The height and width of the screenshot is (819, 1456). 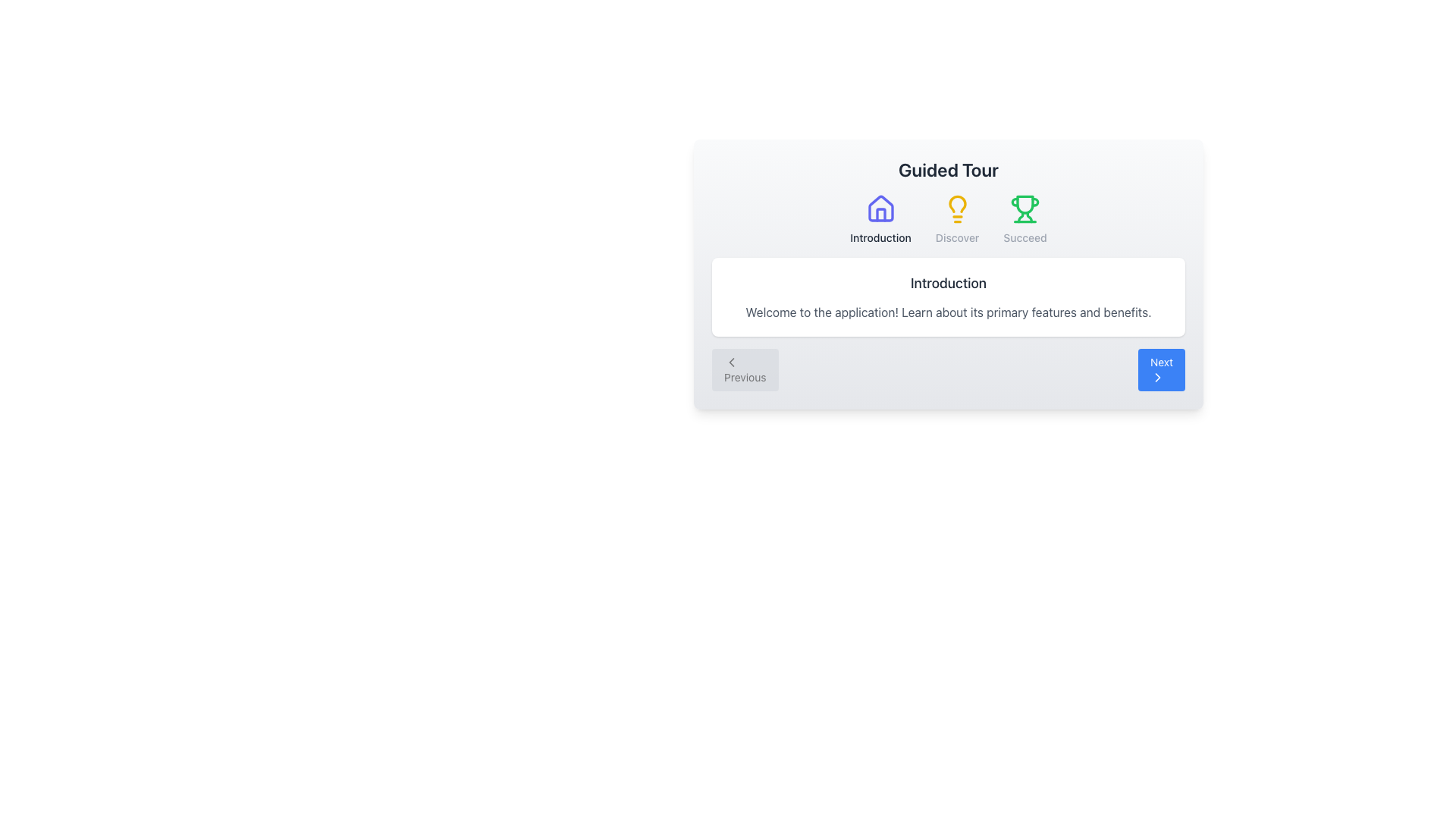 What do you see at coordinates (880, 237) in the screenshot?
I see `the text label indicating the 'Introduction' section located below the house-shaped icon` at bounding box center [880, 237].